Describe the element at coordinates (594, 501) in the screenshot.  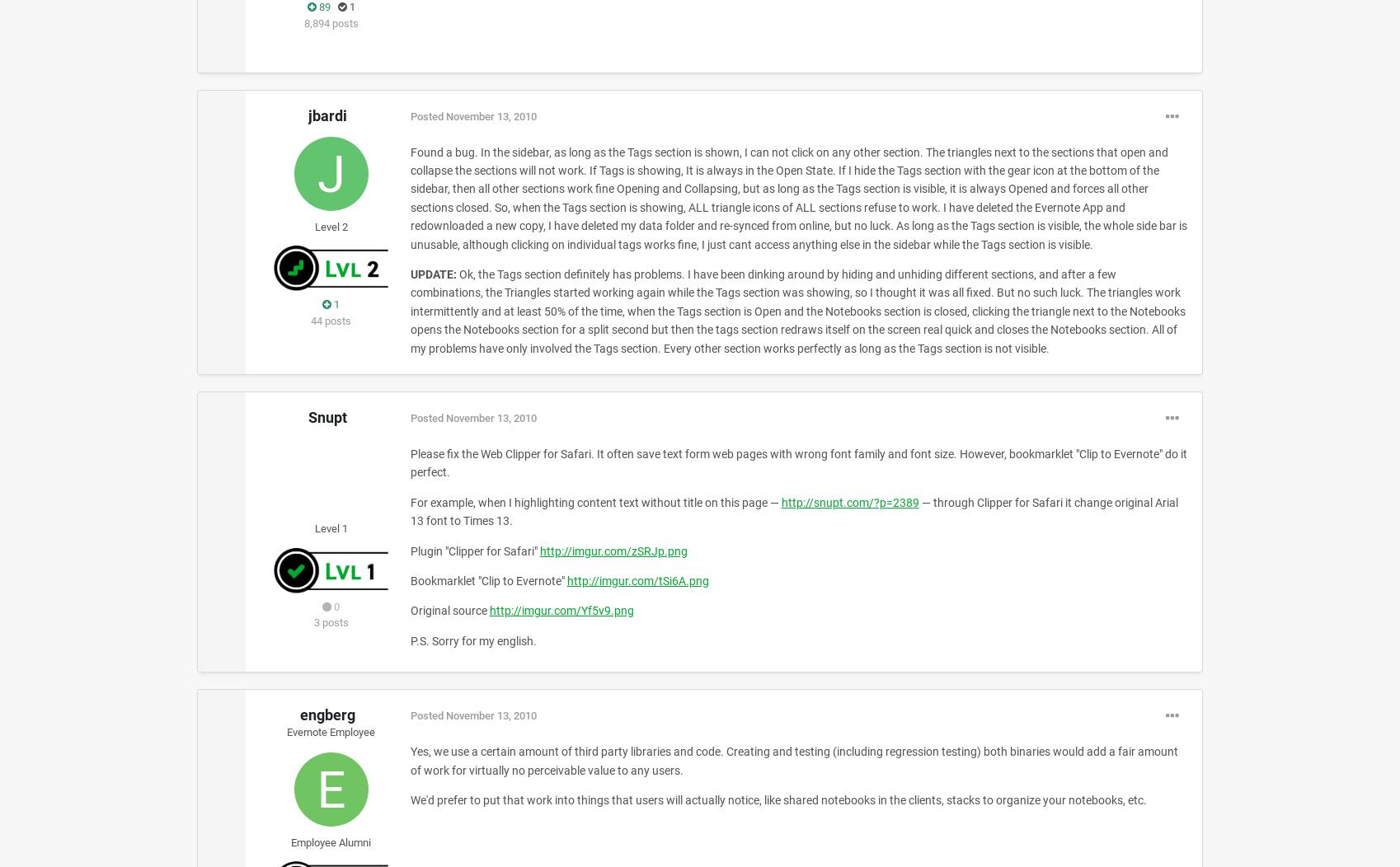
I see `'For example, when I highlighting content text without title on this page —'` at that location.